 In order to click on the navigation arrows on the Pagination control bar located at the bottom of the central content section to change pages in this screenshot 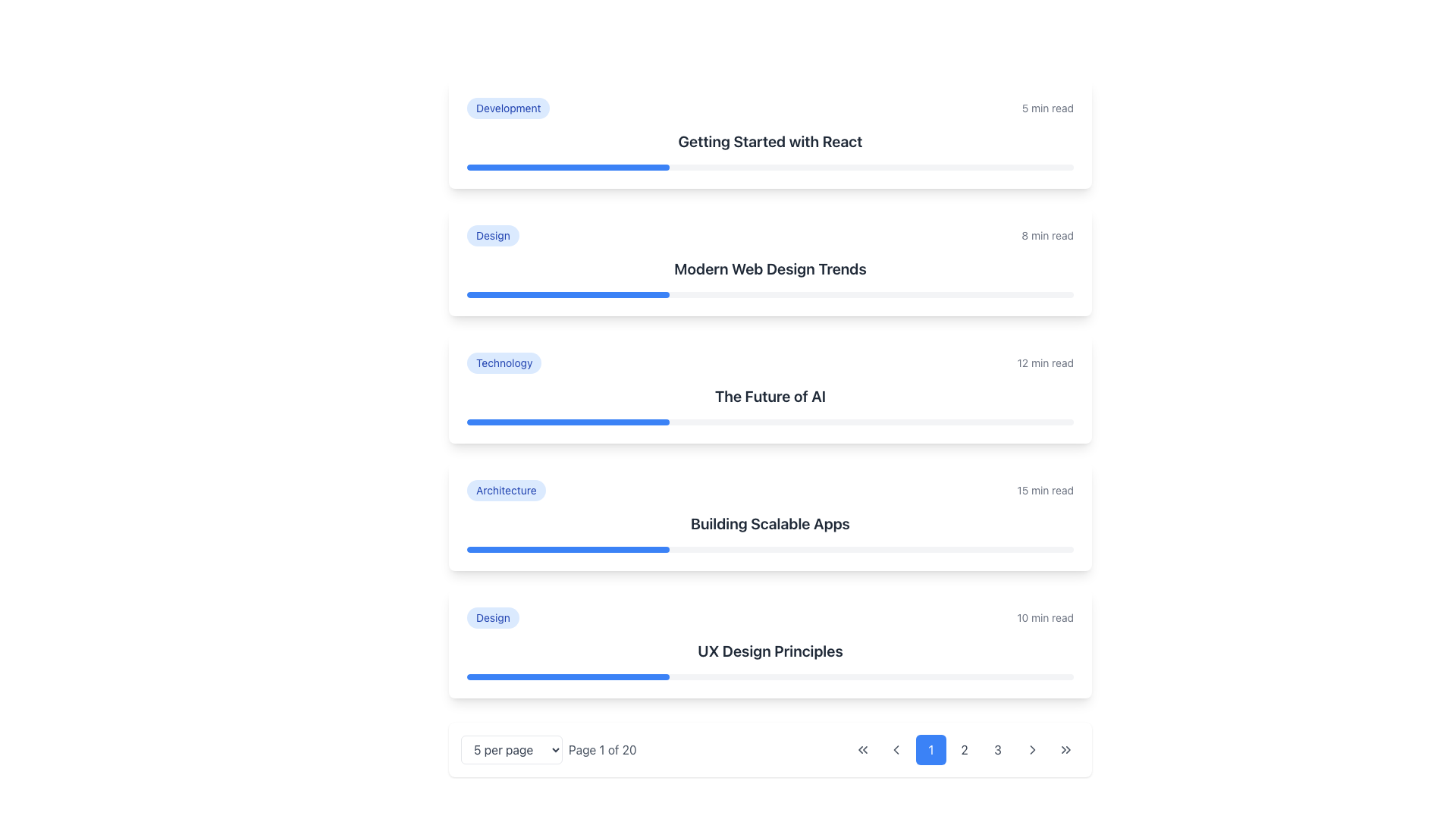, I will do `click(770, 748)`.